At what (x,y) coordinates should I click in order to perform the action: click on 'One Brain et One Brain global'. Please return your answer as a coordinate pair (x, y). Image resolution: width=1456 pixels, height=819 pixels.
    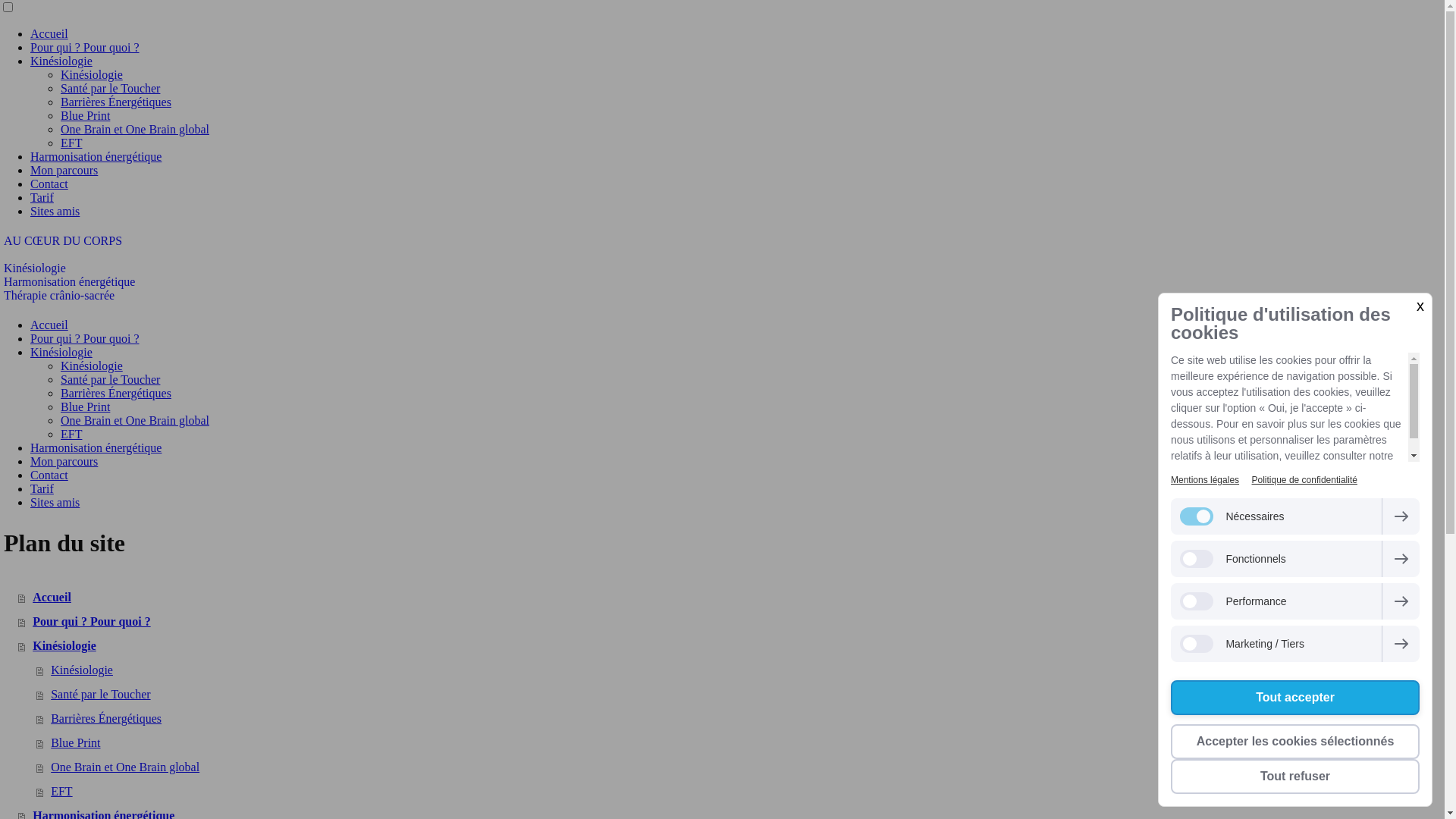
    Looking at the image, I should click on (740, 767).